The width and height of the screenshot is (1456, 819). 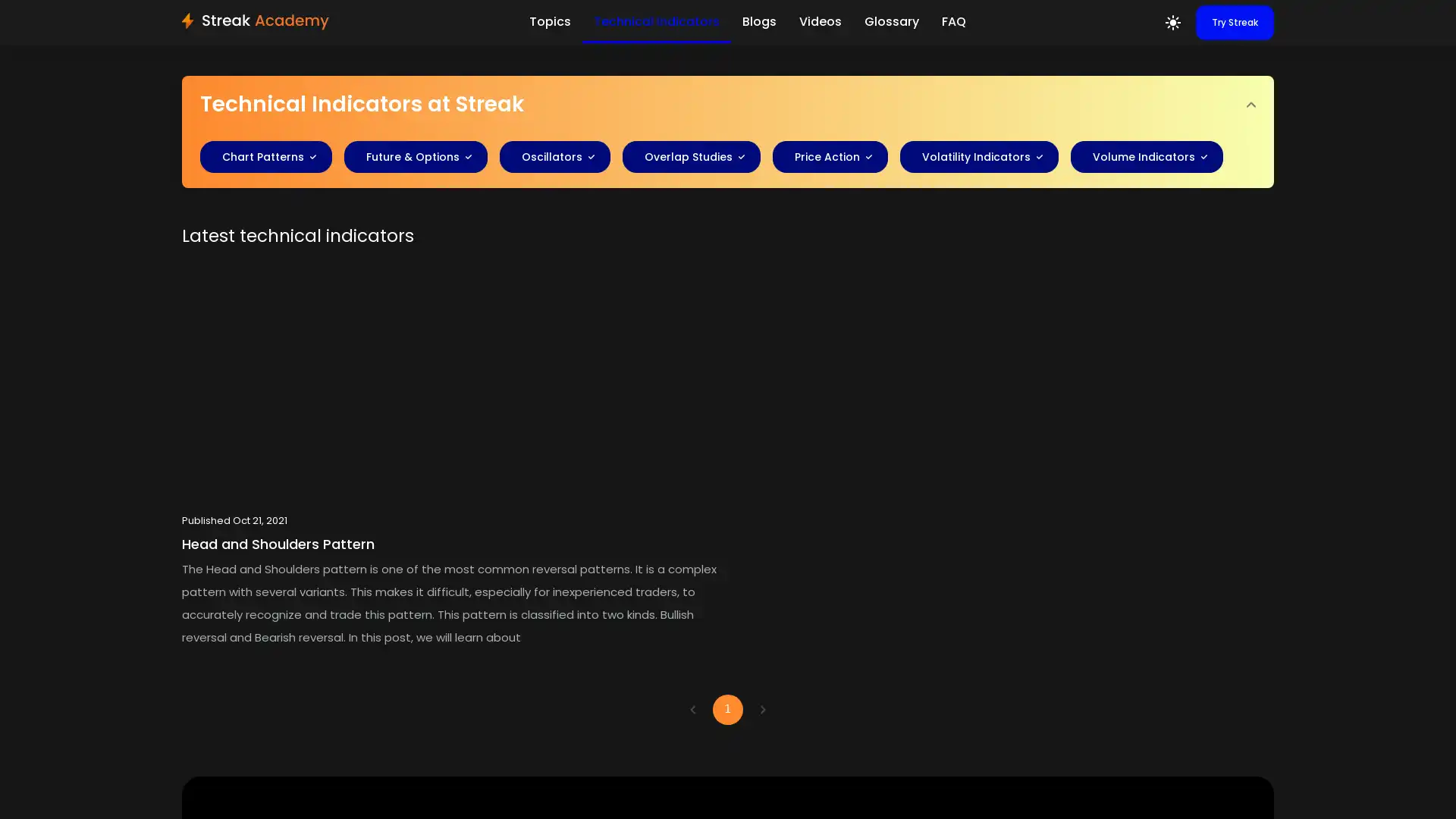 What do you see at coordinates (952, 20) in the screenshot?
I see `FAQ` at bounding box center [952, 20].